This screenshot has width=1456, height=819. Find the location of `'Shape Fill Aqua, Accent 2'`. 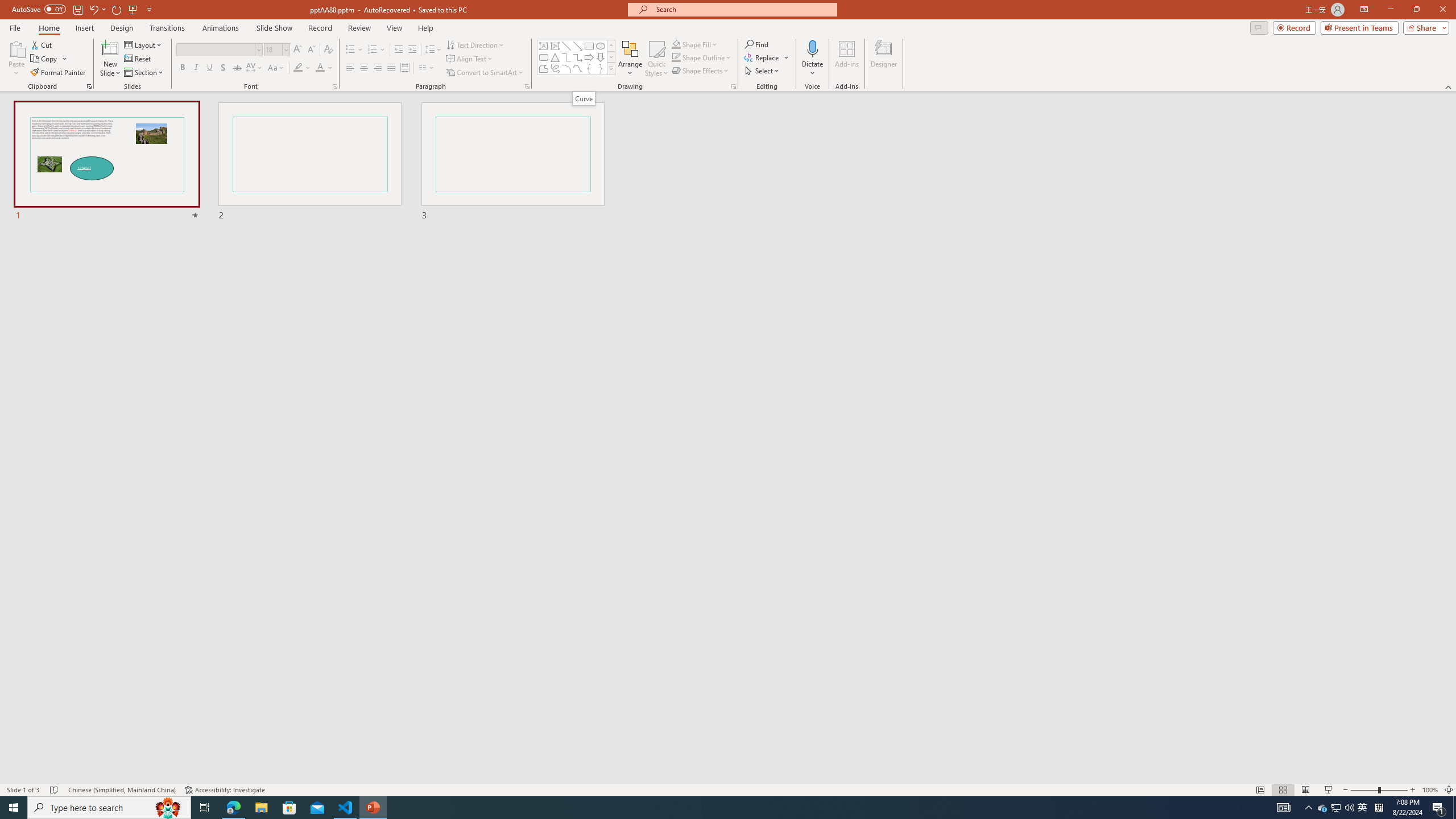

'Shape Fill Aqua, Accent 2' is located at coordinates (676, 44).